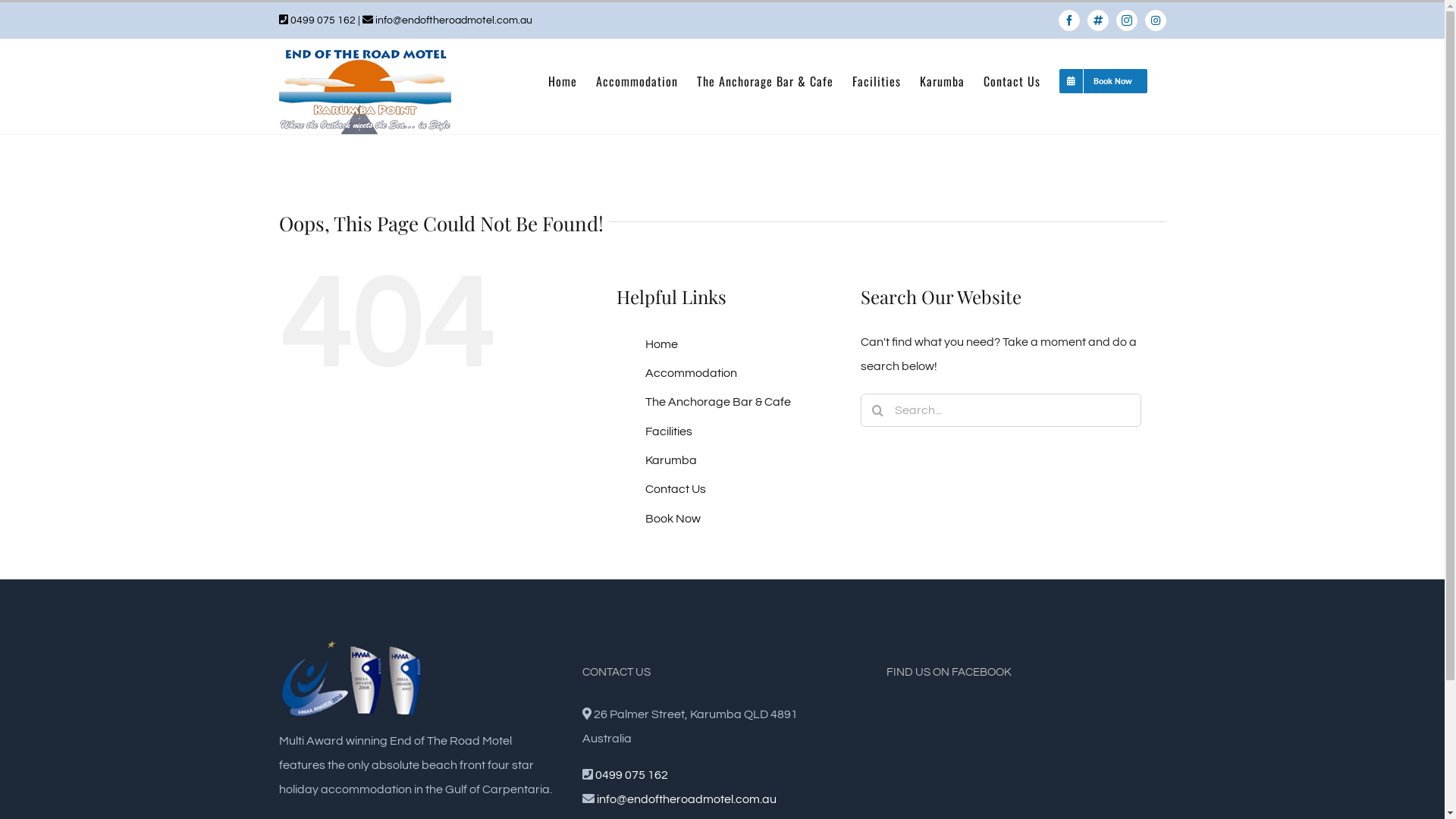  I want to click on 'The Anchorage Bar & Cafe', so click(717, 400).